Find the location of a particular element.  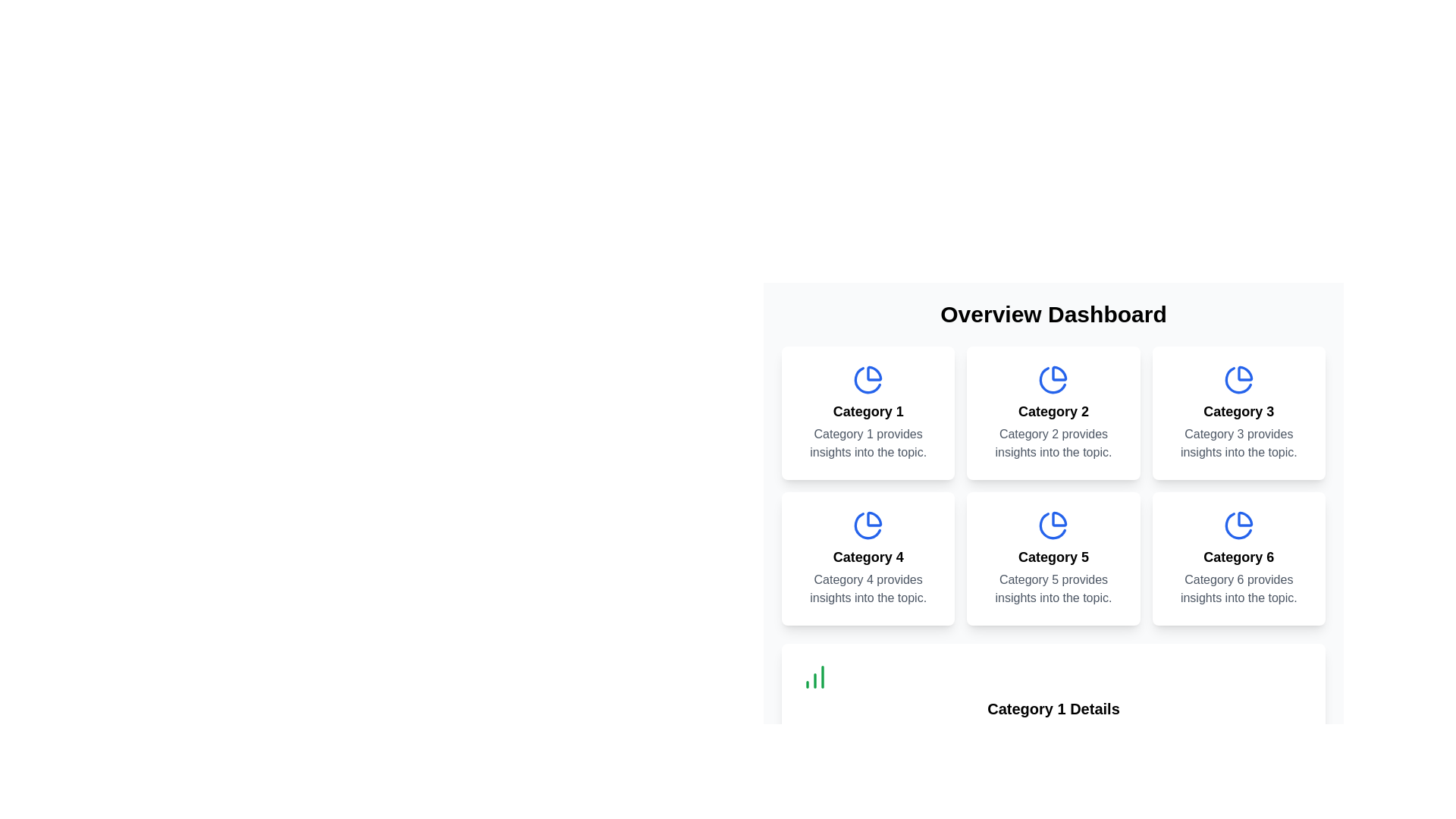

text block providing a brief description for 'Category 2', located directly below the heading within the square card in the middle of the second row of the dashboard layout is located at coordinates (1053, 444).